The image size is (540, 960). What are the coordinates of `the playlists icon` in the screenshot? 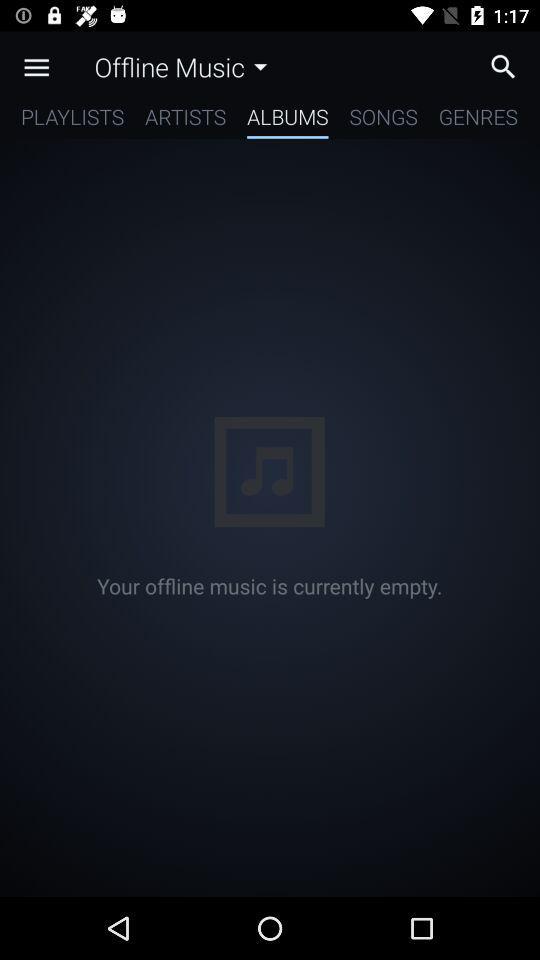 It's located at (71, 120).